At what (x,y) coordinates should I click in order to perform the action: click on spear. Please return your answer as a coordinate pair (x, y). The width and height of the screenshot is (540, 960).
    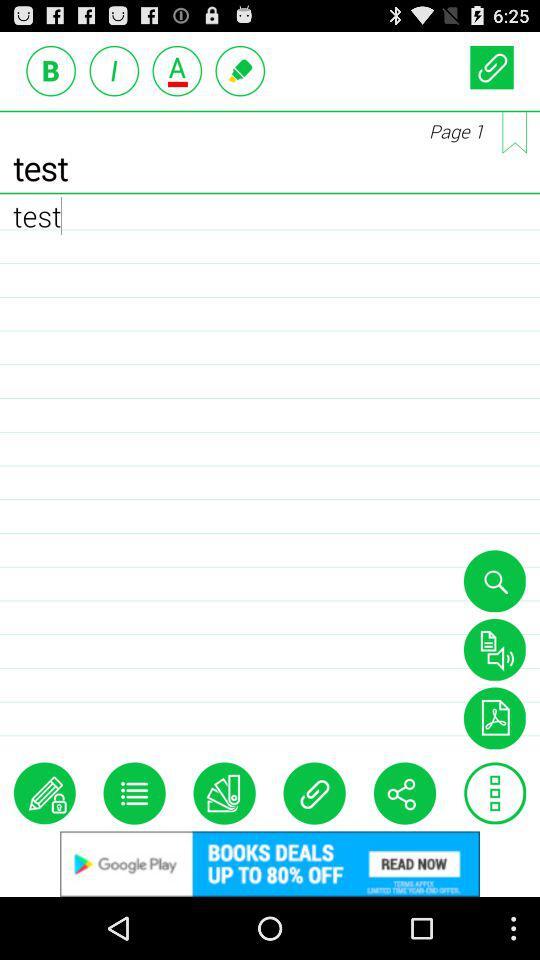
    Looking at the image, I should click on (493, 648).